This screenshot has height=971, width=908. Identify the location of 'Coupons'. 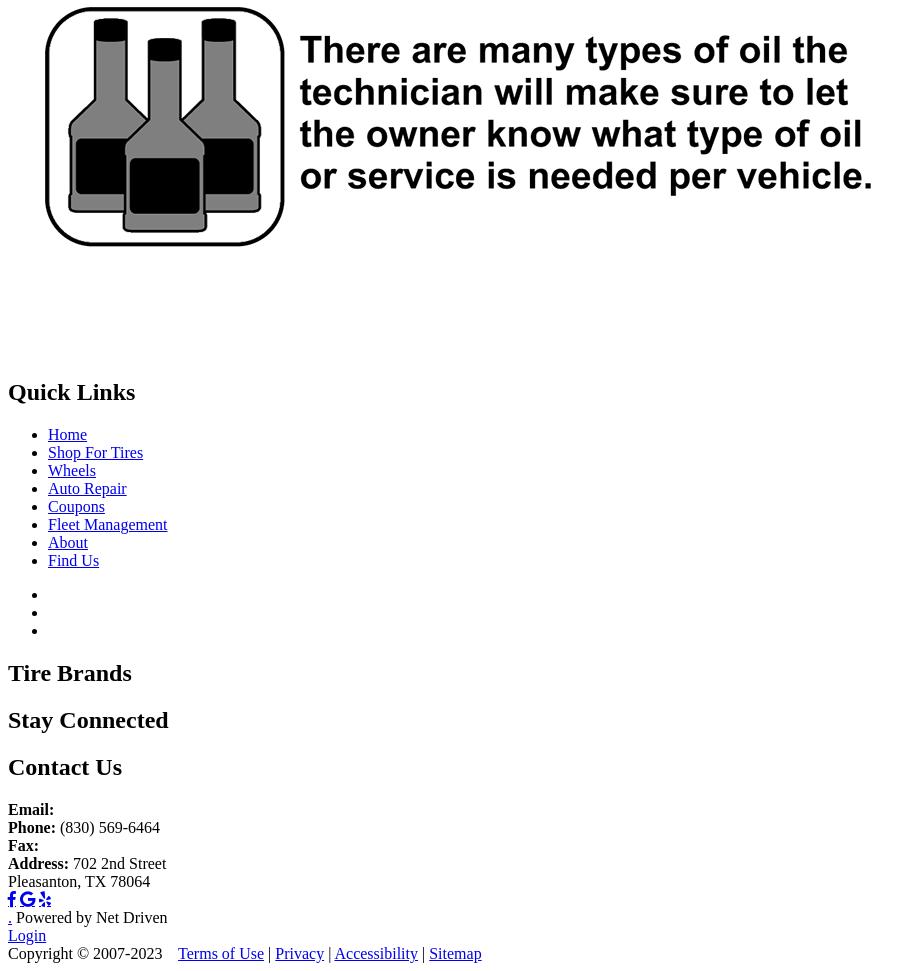
(75, 505).